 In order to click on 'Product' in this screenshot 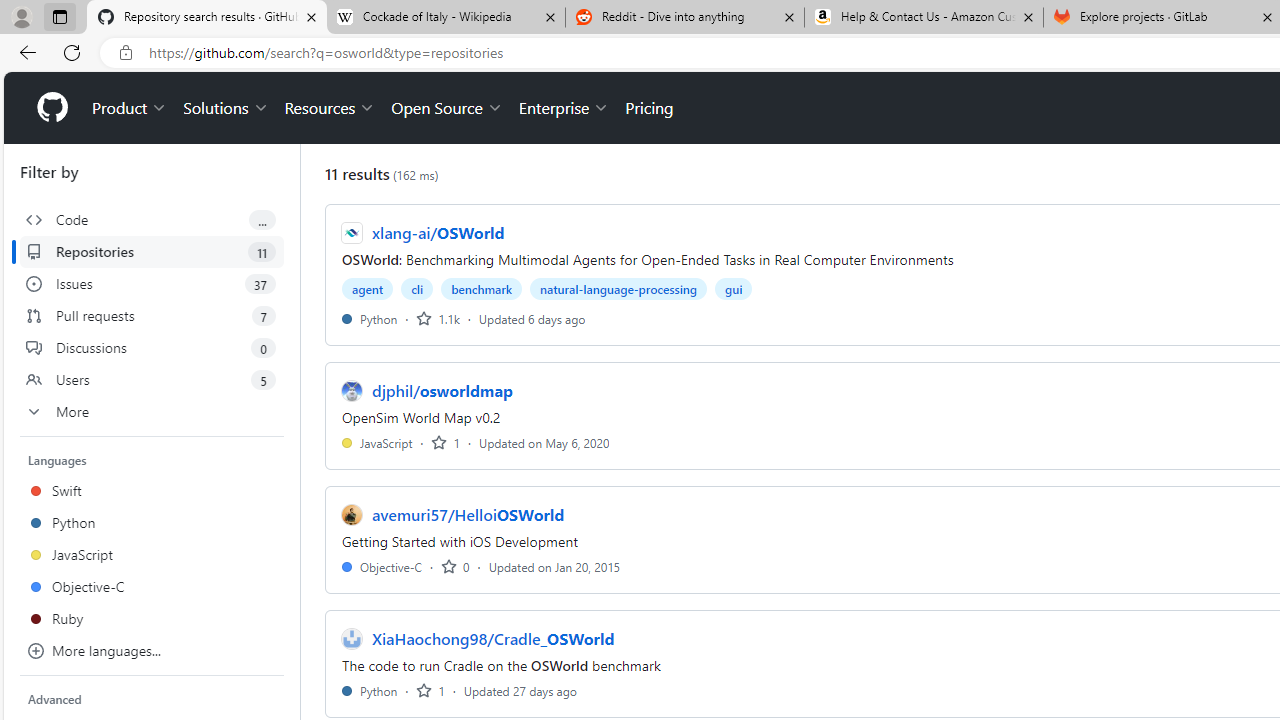, I will do `click(129, 108)`.